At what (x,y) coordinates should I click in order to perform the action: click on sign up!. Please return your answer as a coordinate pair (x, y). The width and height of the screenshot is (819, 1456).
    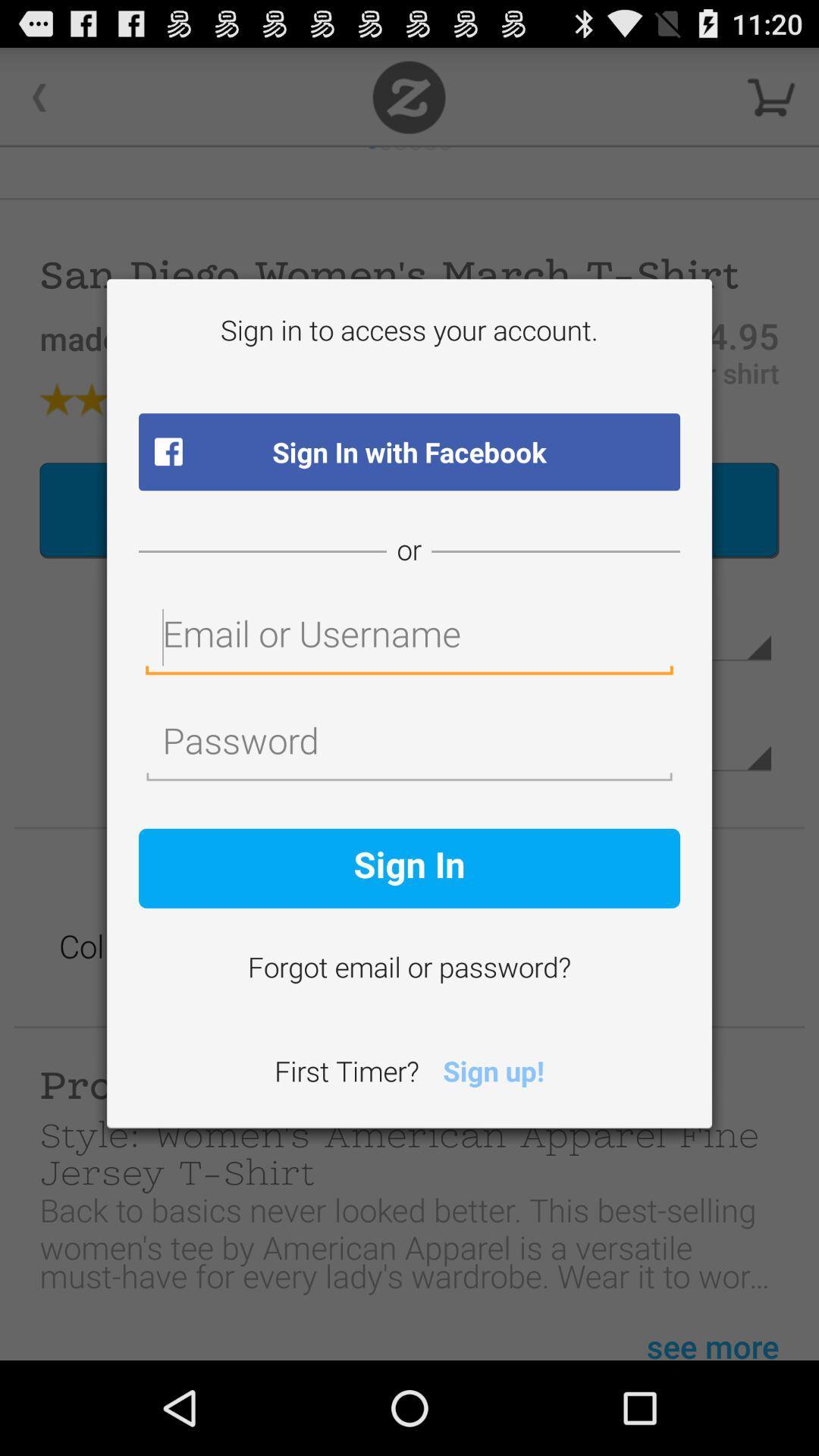
    Looking at the image, I should click on (494, 1073).